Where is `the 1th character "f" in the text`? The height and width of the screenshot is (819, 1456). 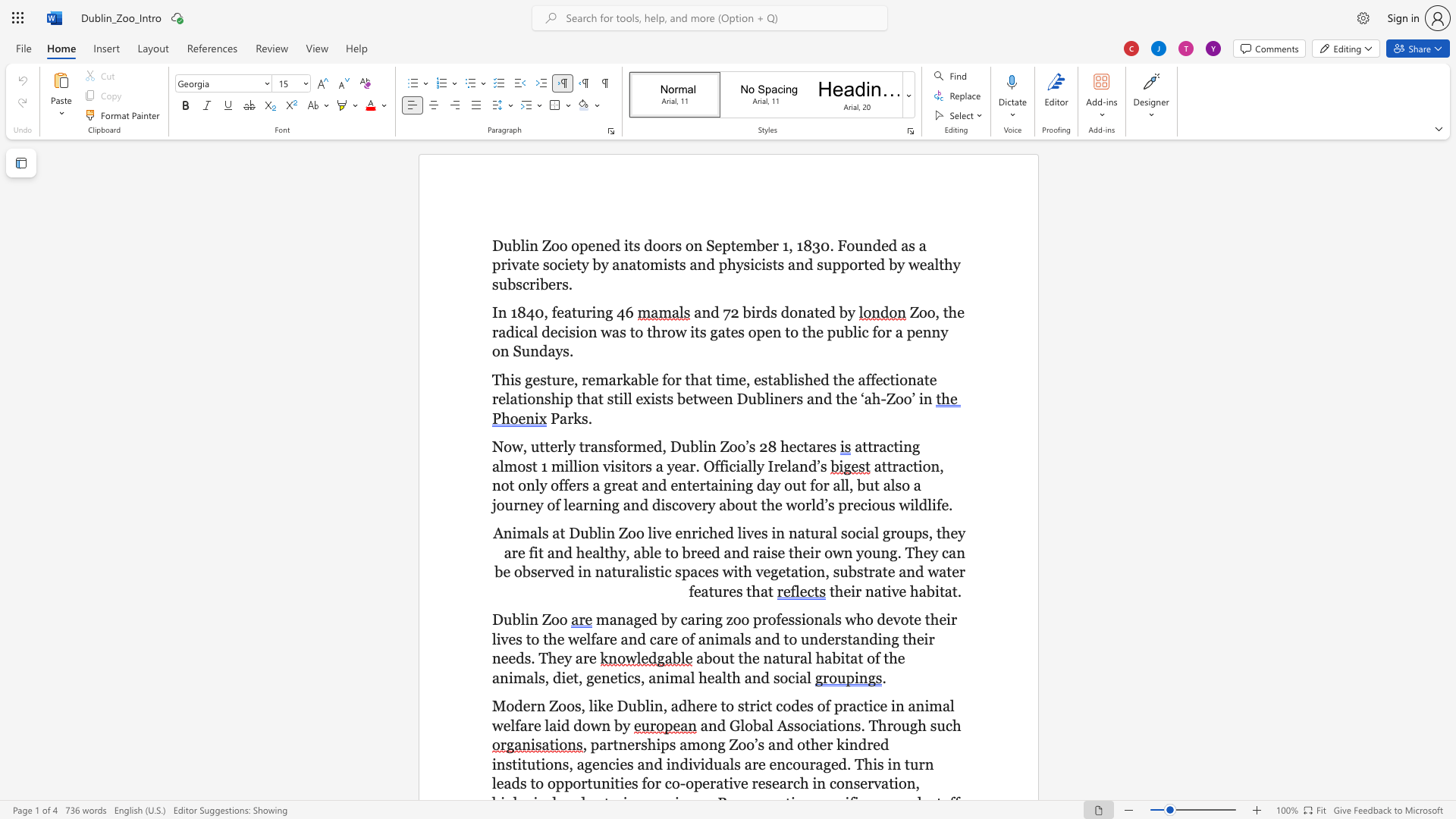 the 1th character "f" in the text is located at coordinates (553, 312).